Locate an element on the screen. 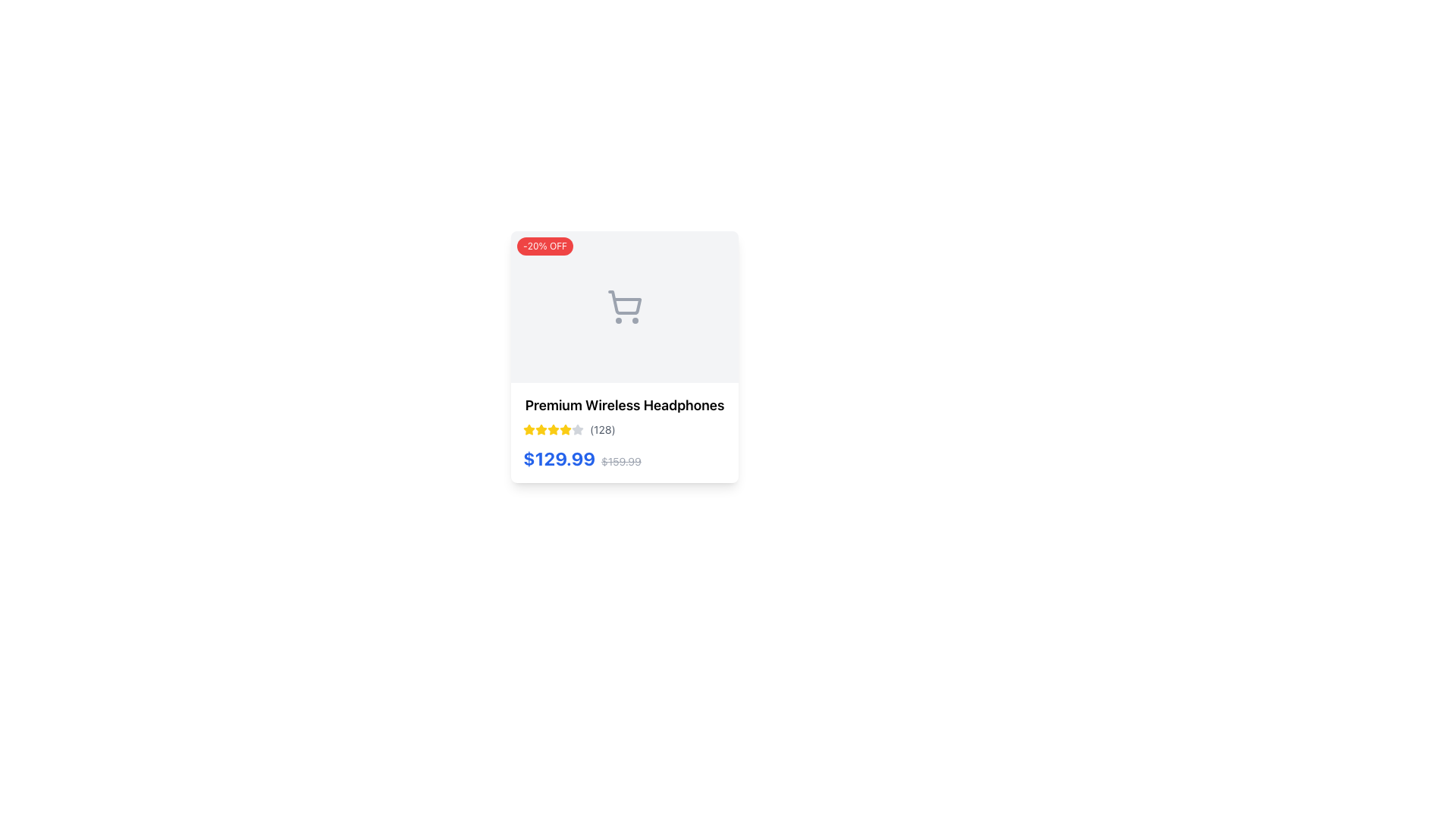 This screenshot has width=1456, height=819. the second yellow filled star icon representing a rating located below the product title 'Premium Wireless Headphones' is located at coordinates (541, 429).